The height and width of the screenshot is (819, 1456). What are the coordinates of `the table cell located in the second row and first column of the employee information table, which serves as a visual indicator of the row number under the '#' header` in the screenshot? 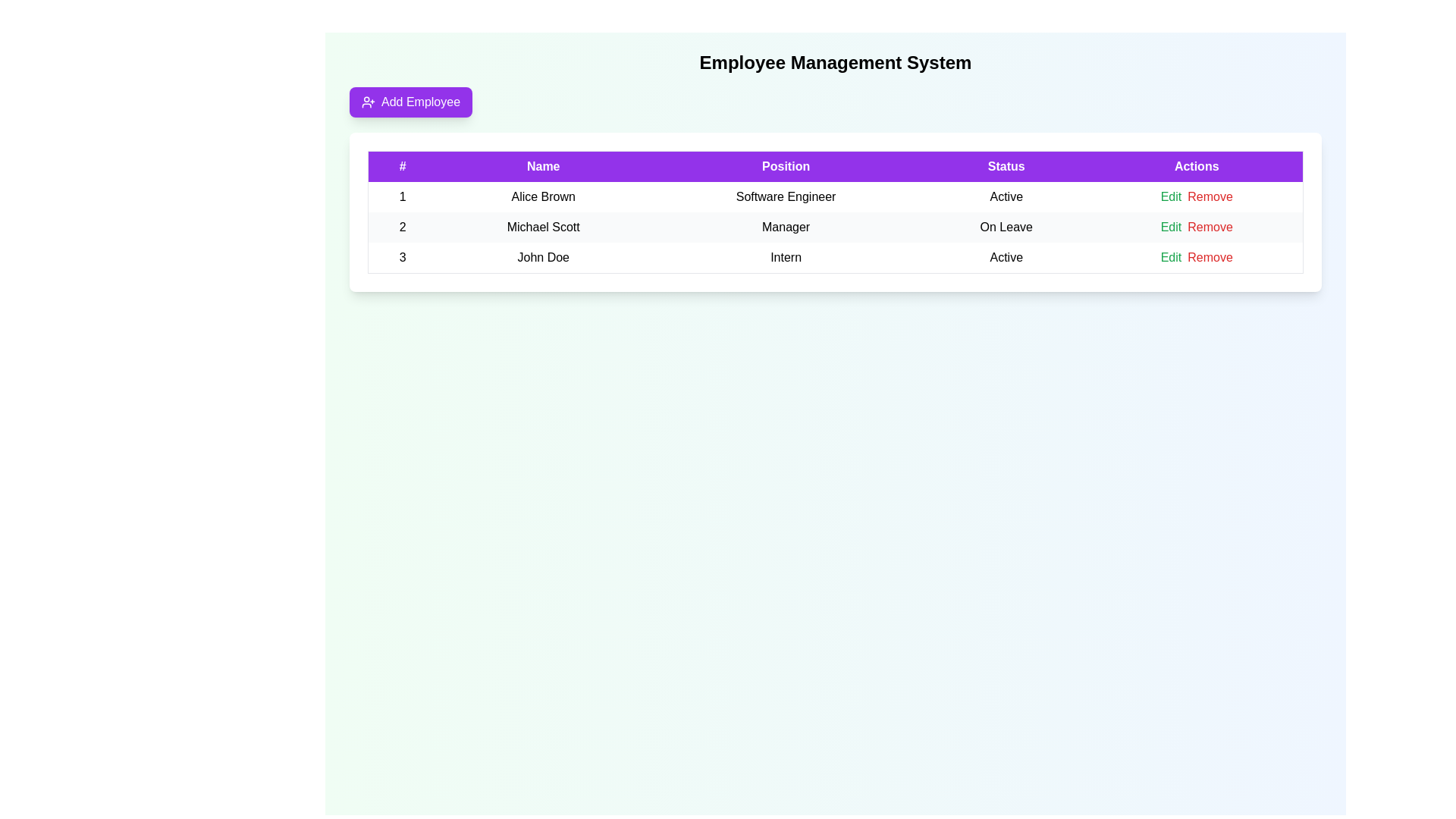 It's located at (402, 227).